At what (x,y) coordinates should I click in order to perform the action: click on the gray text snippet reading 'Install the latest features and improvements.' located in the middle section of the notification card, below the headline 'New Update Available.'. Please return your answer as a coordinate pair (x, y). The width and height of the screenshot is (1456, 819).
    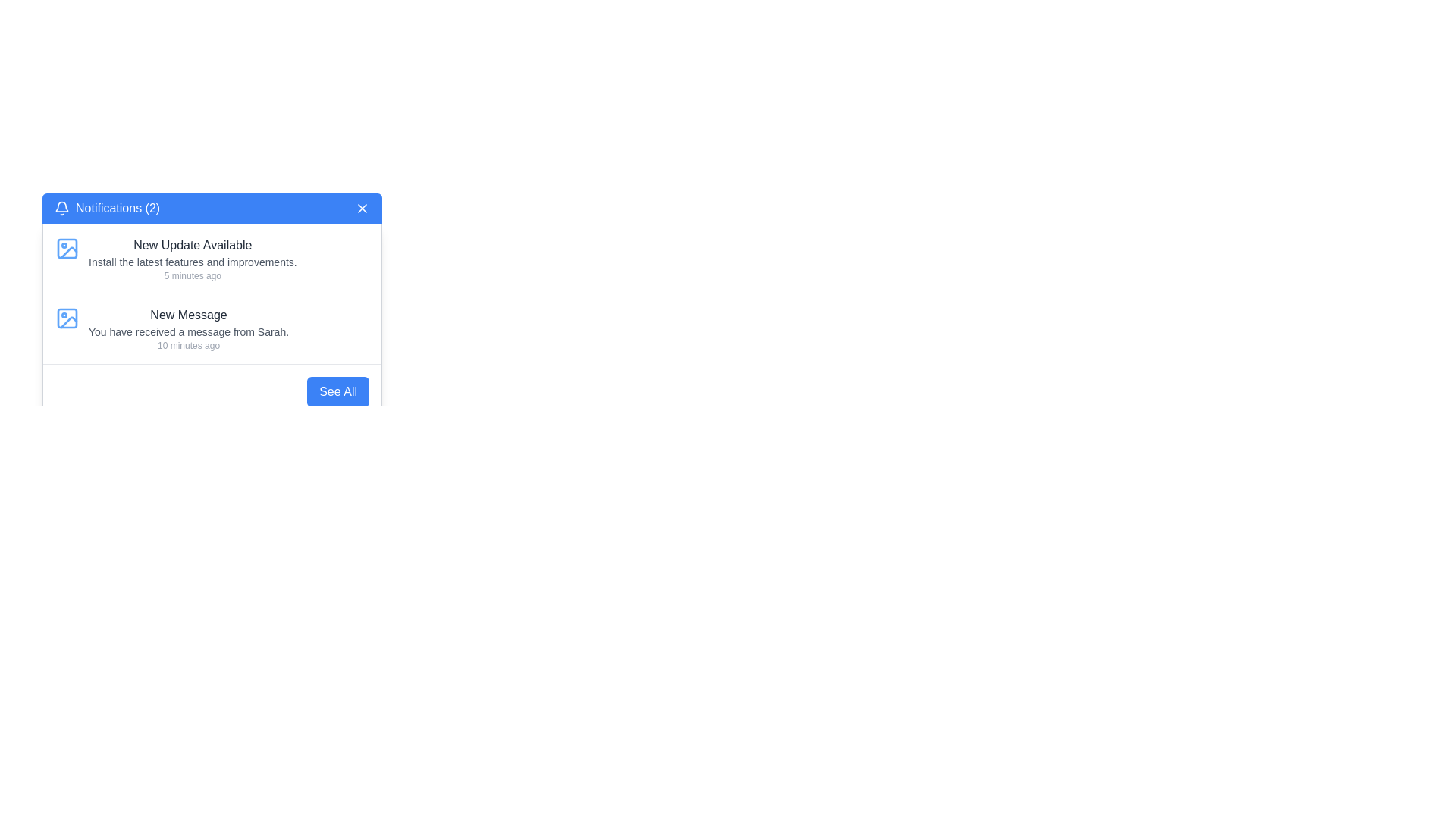
    Looking at the image, I should click on (192, 262).